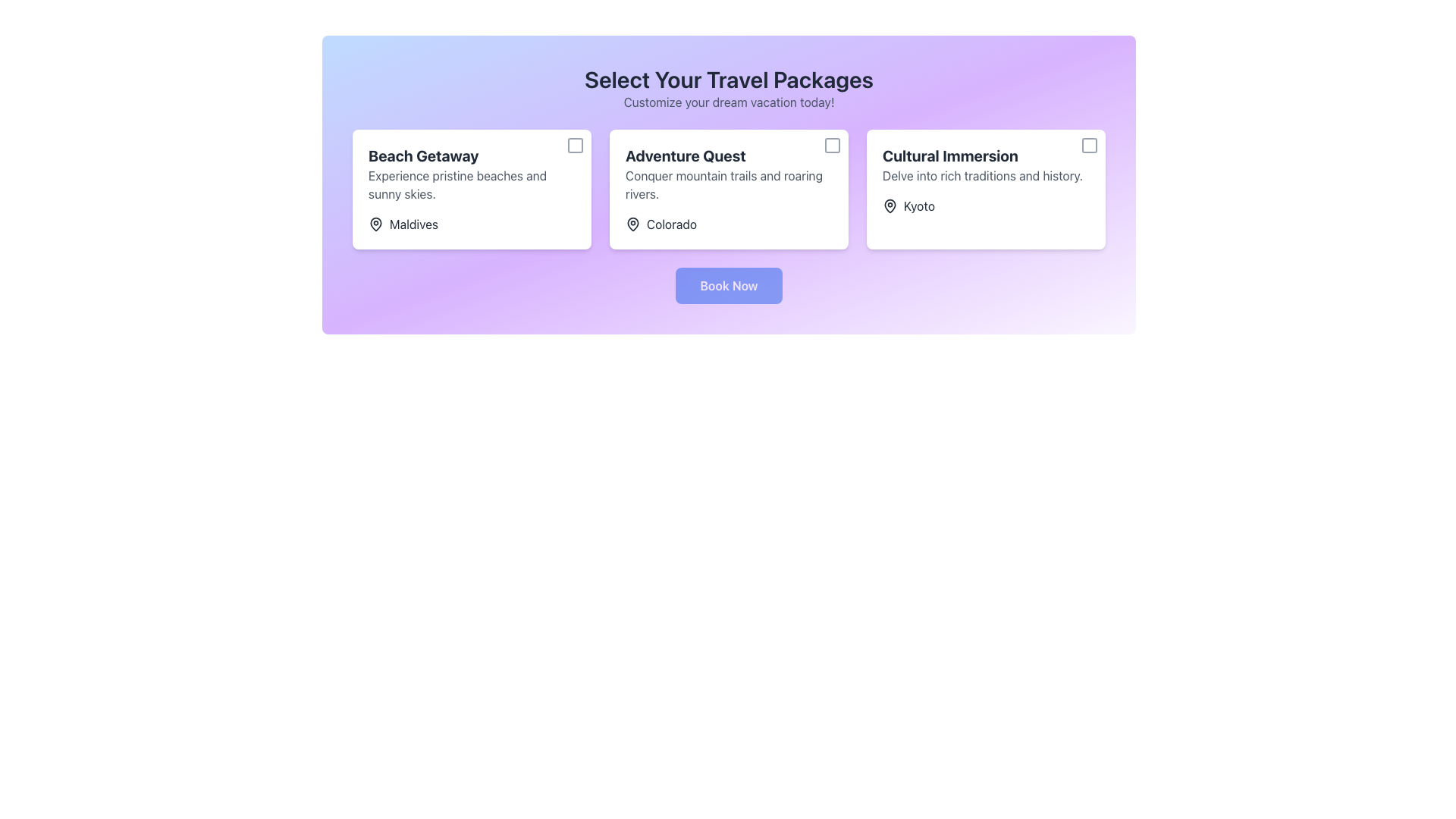 The image size is (1456, 819). Describe the element at coordinates (574, 146) in the screenshot. I see `the square-shaped visual component located in the top-right corner of the 'Beach Getaway' card` at that location.